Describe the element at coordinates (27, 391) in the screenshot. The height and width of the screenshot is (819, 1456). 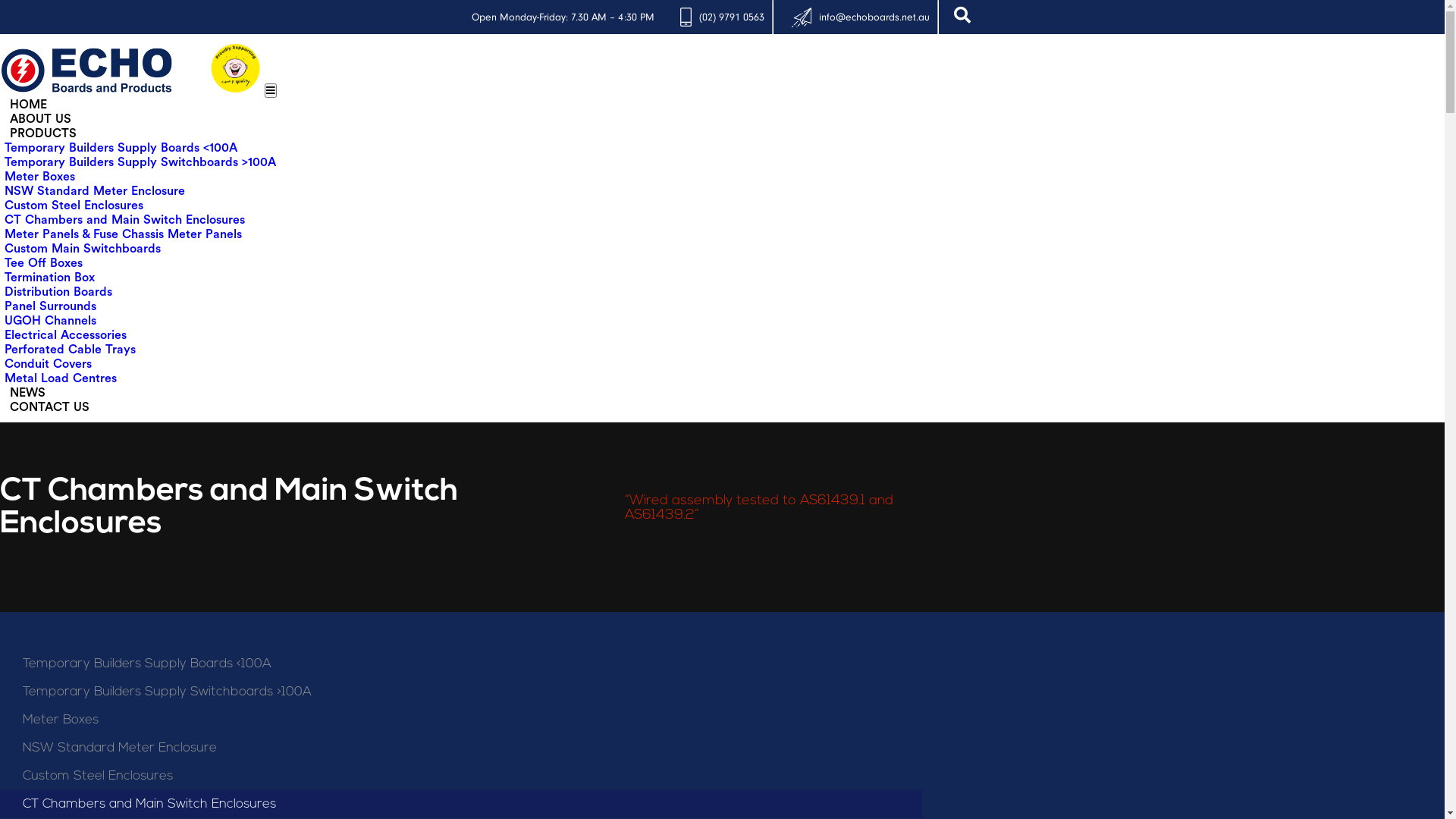
I see `'NEWS'` at that location.